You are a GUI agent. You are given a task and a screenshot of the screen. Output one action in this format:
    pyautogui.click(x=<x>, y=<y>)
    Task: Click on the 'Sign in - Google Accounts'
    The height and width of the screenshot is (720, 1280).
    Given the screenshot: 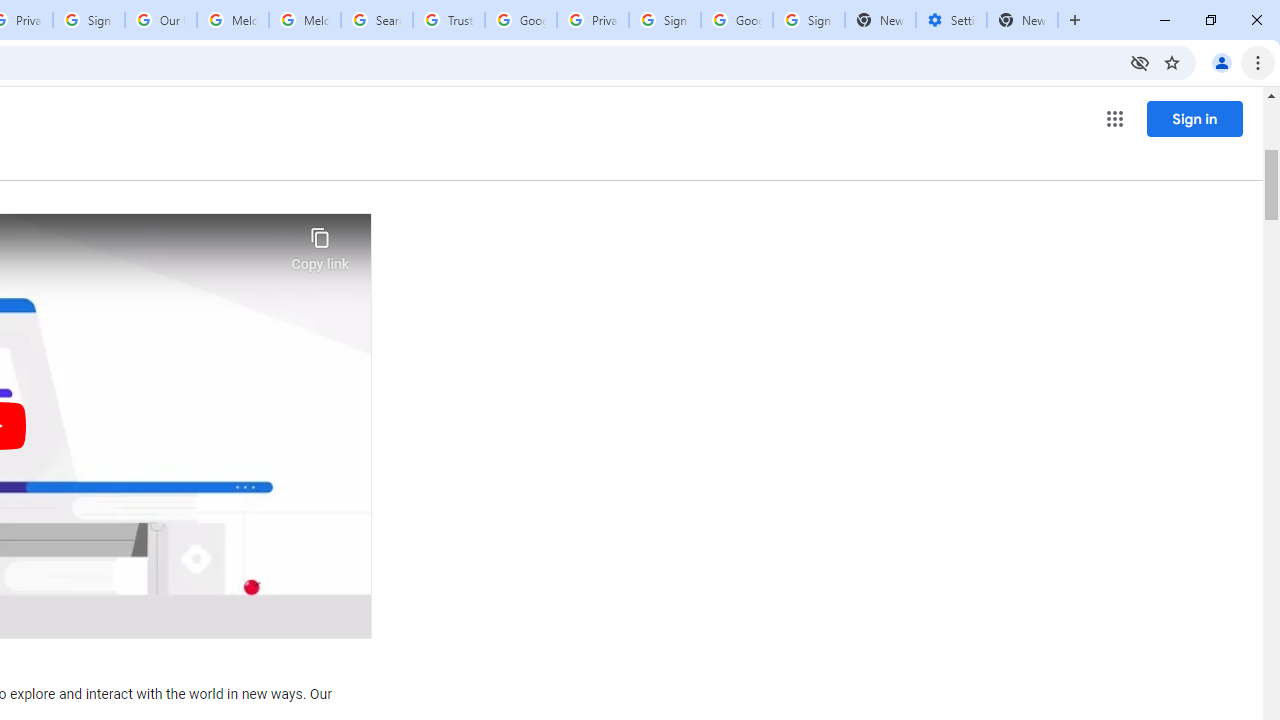 What is the action you would take?
    pyautogui.click(x=664, y=20)
    